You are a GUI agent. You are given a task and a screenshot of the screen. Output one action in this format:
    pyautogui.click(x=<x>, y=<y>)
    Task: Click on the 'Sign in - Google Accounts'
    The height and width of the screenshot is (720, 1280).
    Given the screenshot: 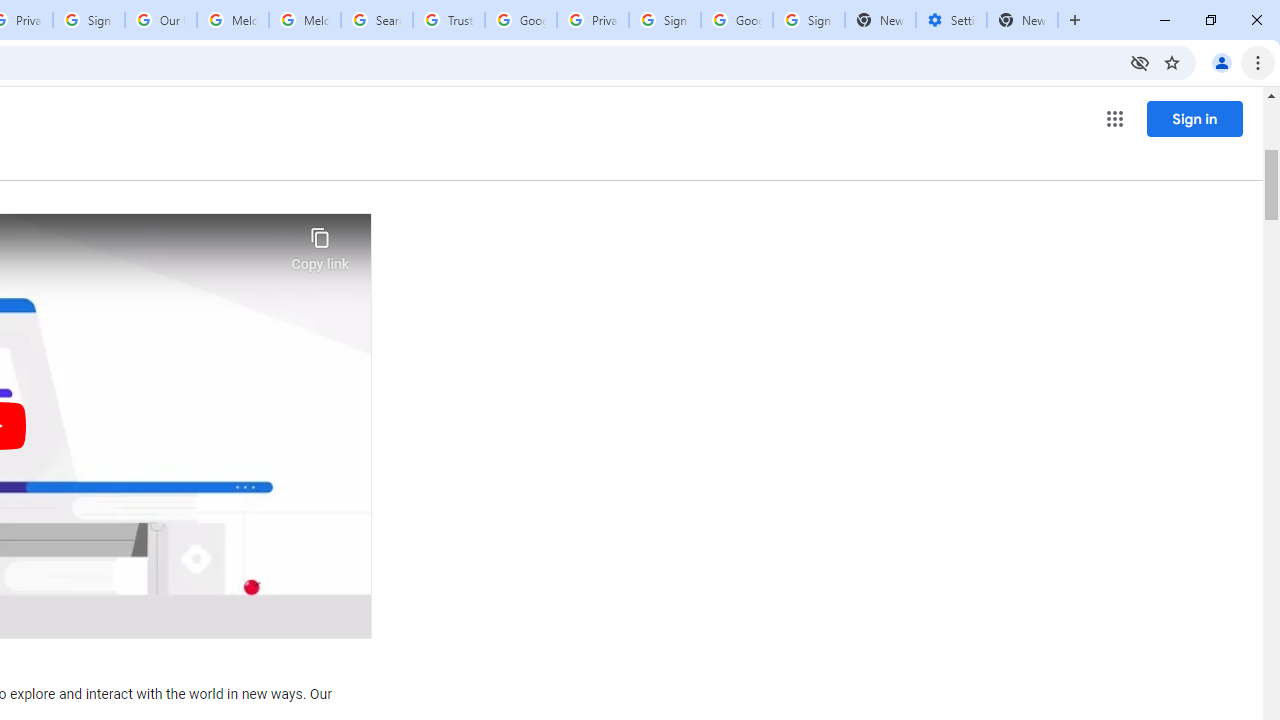 What is the action you would take?
    pyautogui.click(x=664, y=20)
    